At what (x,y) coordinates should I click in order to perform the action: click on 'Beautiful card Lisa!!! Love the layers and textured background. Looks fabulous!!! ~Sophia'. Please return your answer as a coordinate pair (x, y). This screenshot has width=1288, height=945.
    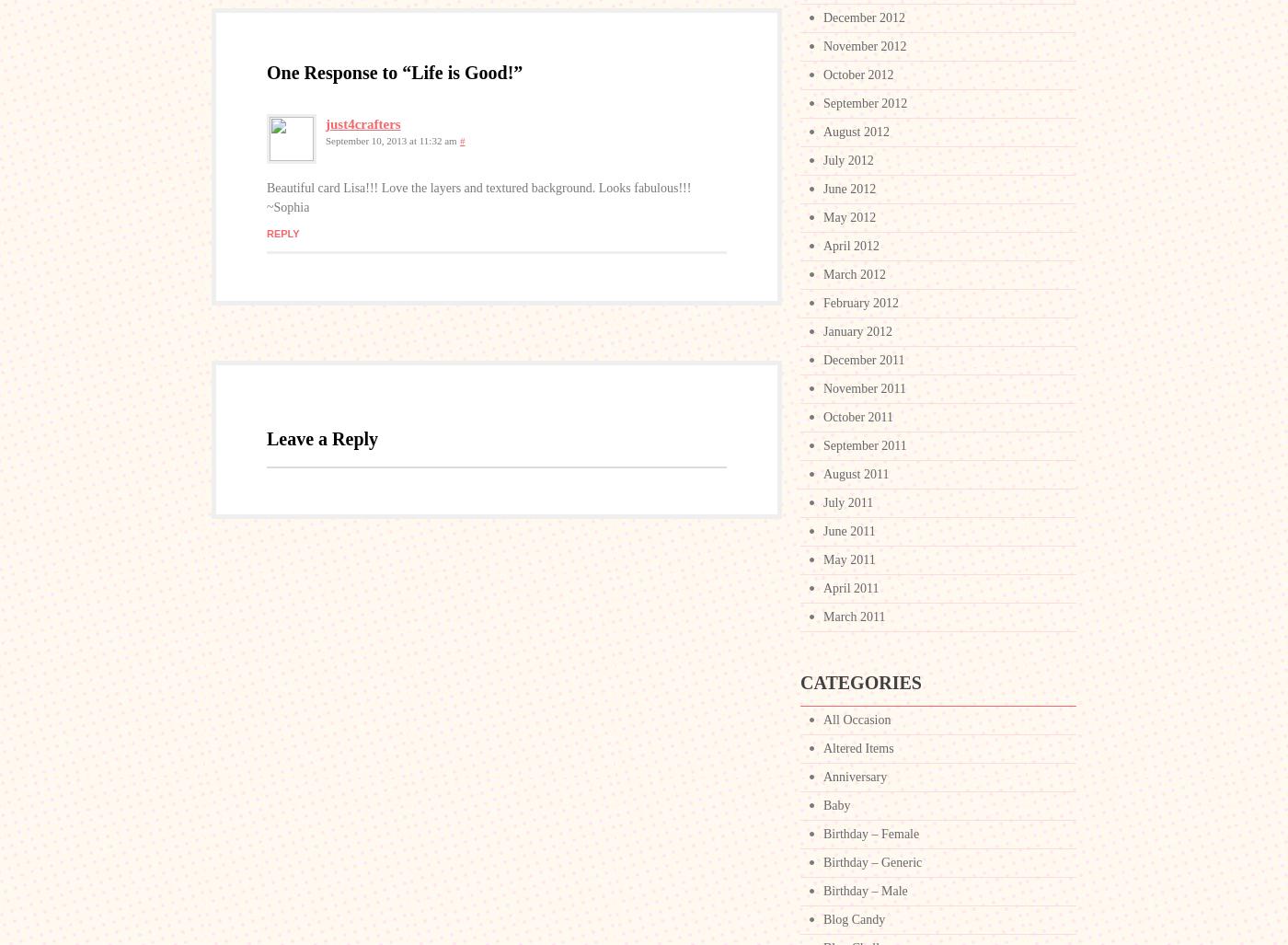
    Looking at the image, I should click on (266, 196).